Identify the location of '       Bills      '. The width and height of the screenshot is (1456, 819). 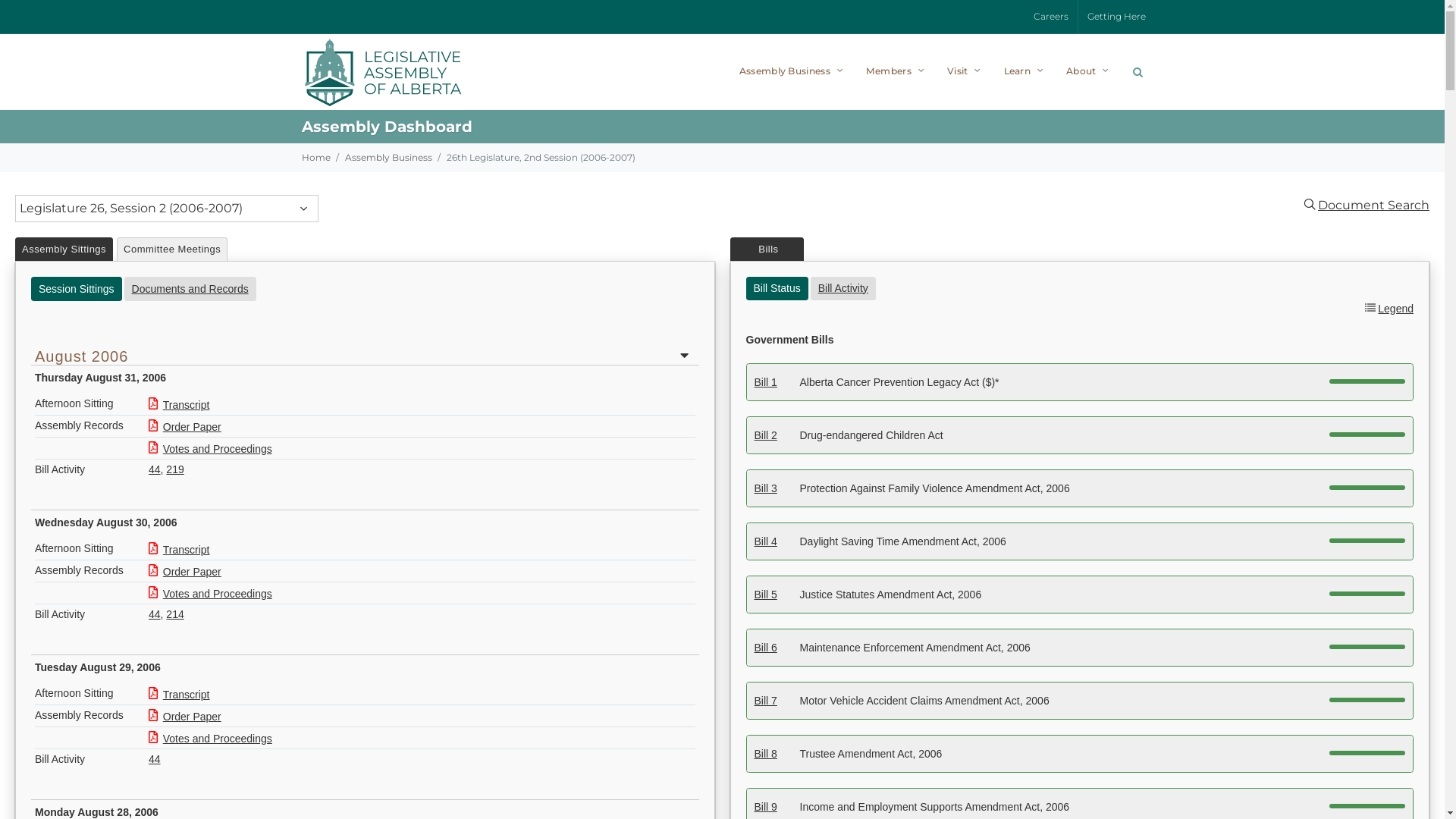
(767, 248).